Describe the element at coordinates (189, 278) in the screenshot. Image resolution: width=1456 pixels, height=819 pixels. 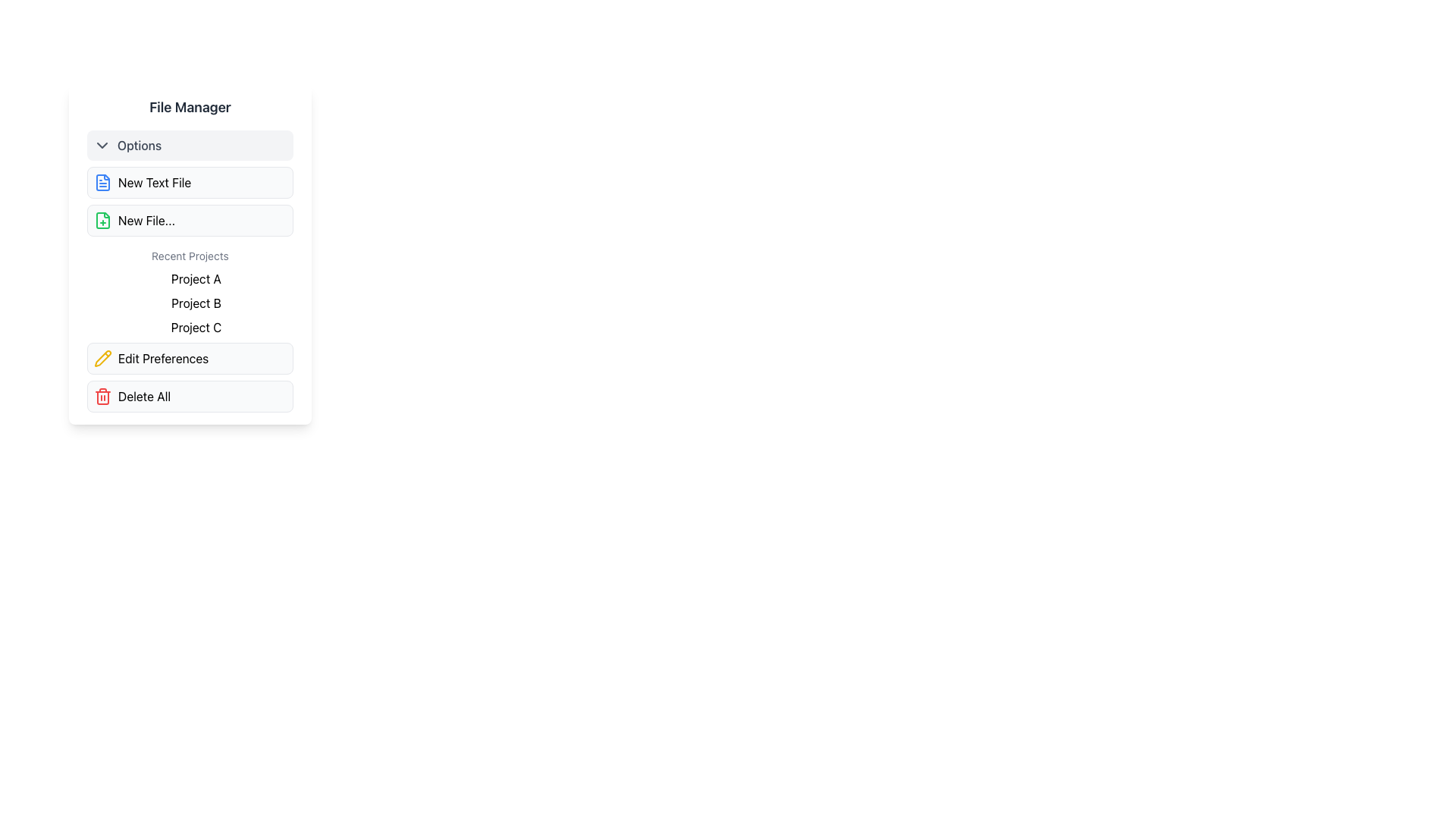
I see `the text label for 'Project A' in the Recent Projects list` at that location.